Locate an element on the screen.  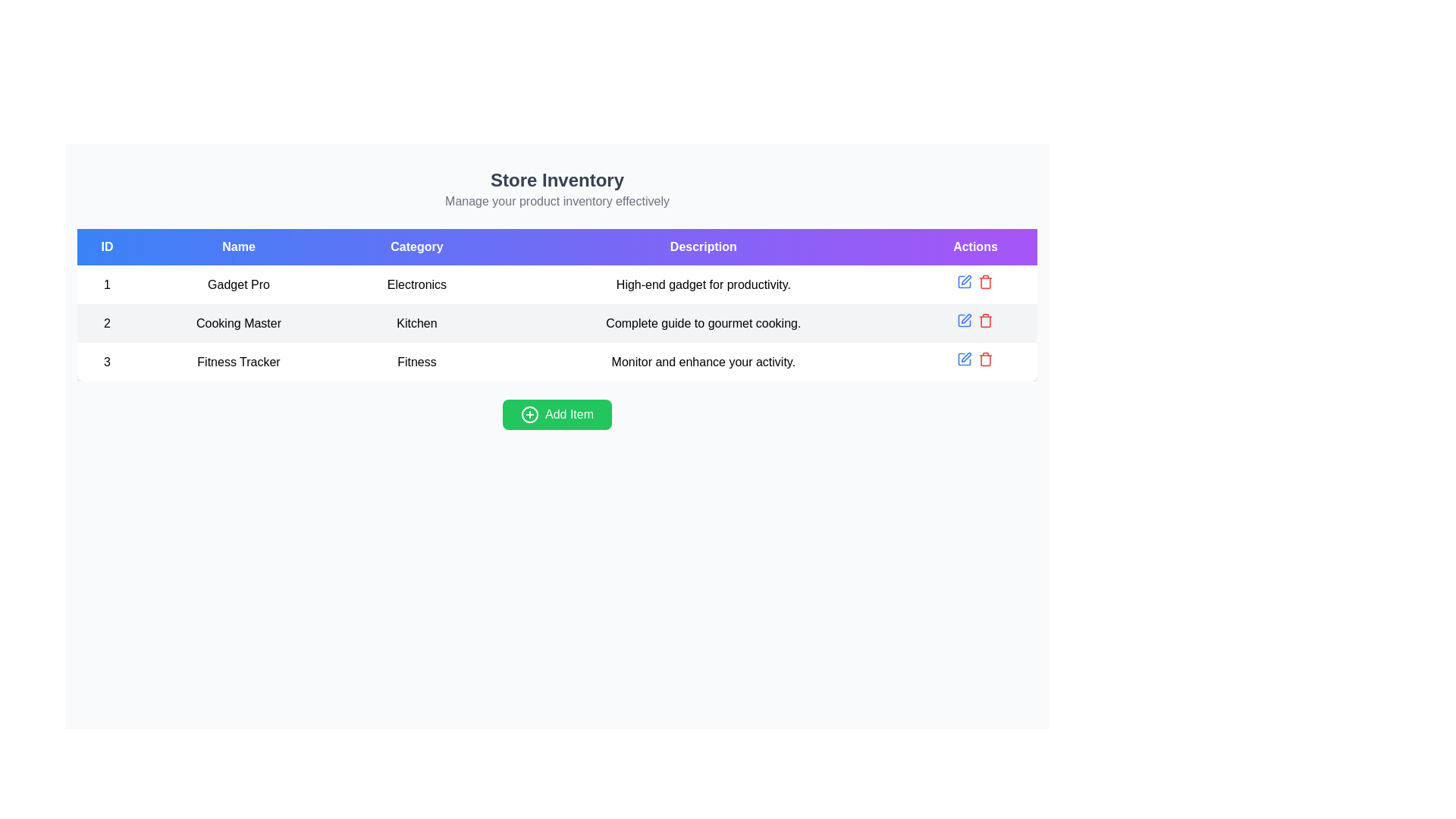
text of the Text label, which serves as a unique identifier for the row corresponding to 'Cooking Master' in the table under the 'ID' column is located at coordinates (106, 322).